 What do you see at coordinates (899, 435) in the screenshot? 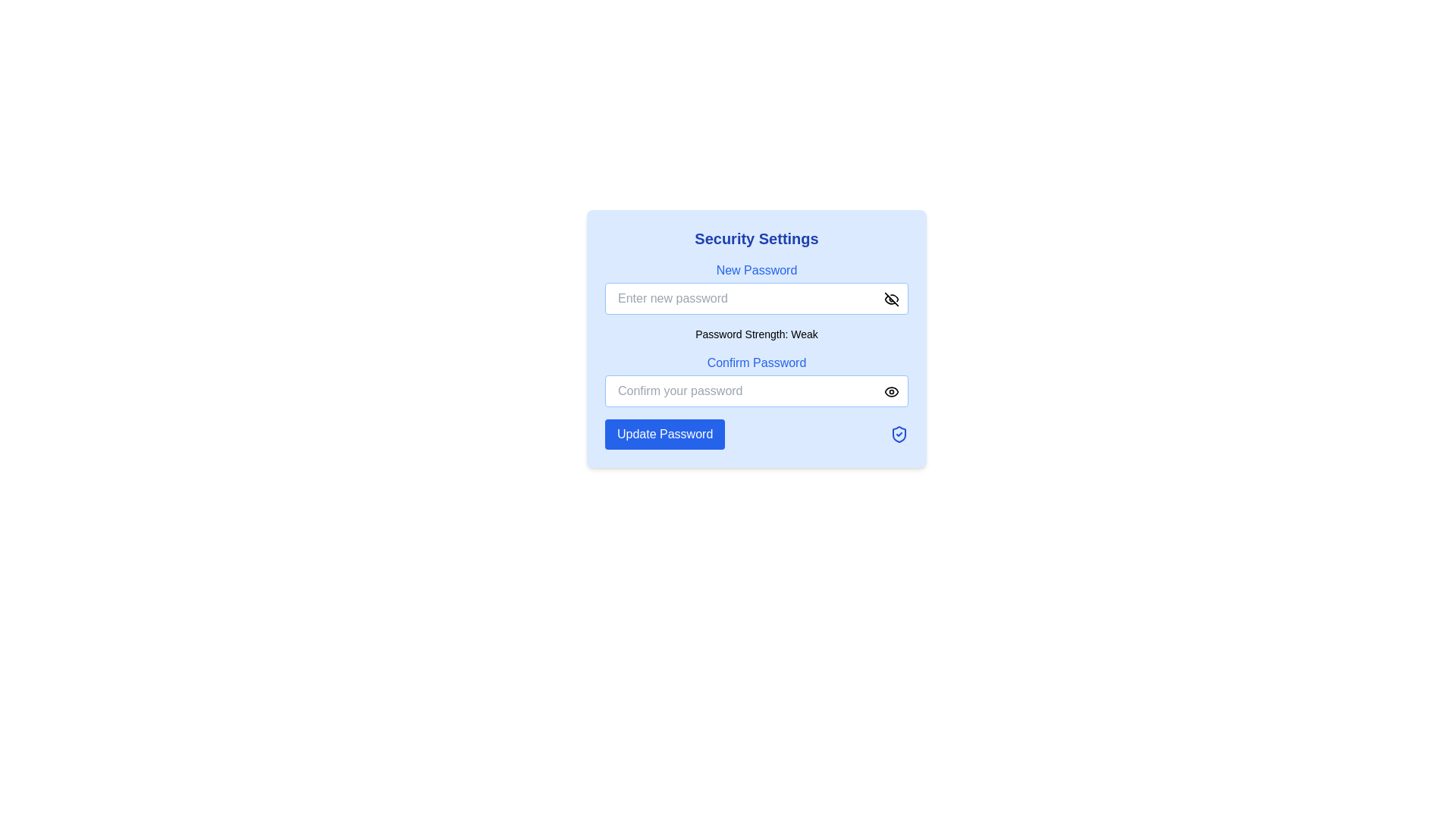
I see `the blue shield-shaped icon with a checkmark inside, positioned next to the 'Update Password' button in the 'Security Settings' box` at bounding box center [899, 435].